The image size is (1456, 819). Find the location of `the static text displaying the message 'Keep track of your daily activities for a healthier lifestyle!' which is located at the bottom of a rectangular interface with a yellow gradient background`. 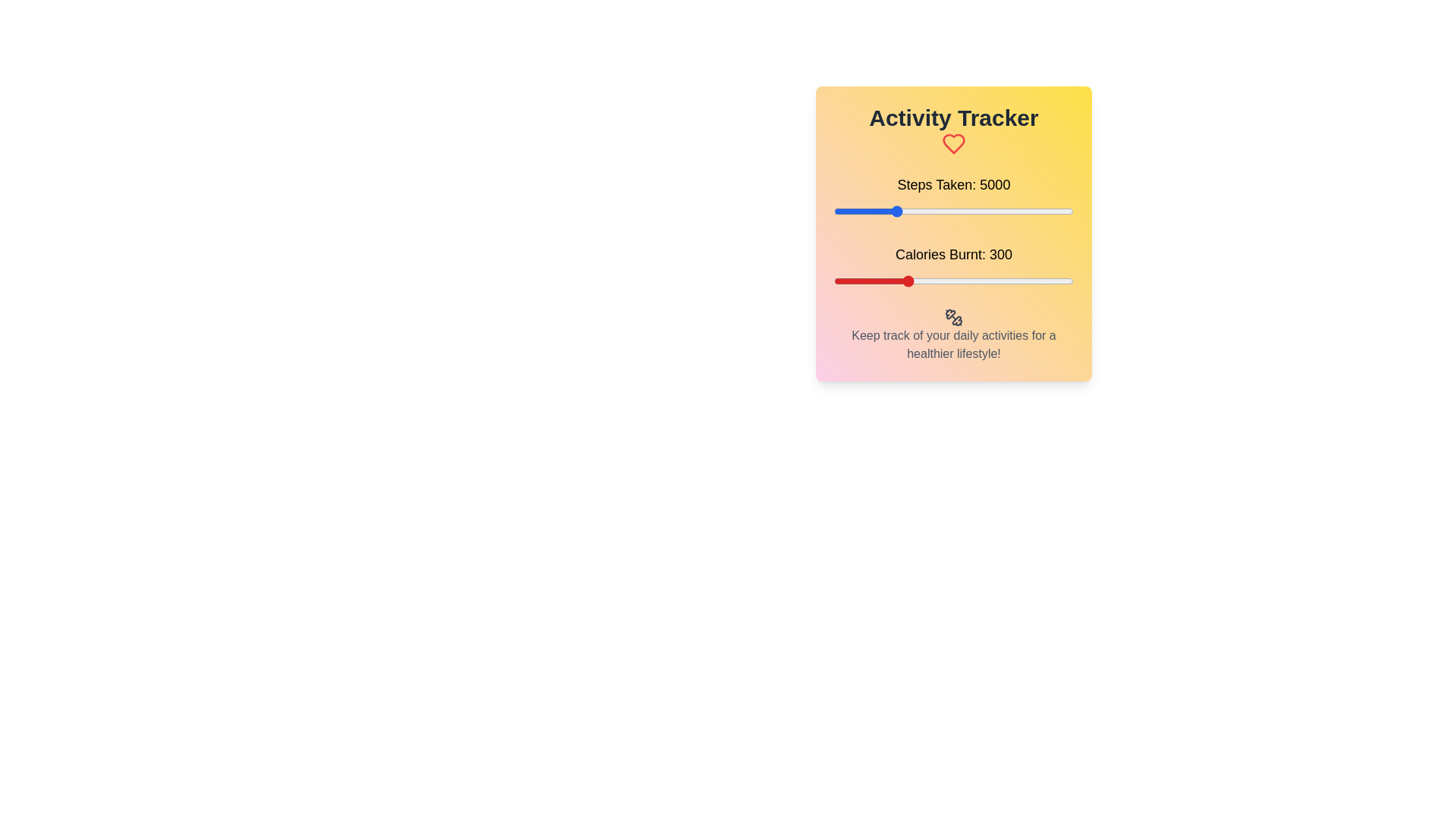

the static text displaying the message 'Keep track of your daily activities for a healthier lifestyle!' which is located at the bottom of a rectangular interface with a yellow gradient background is located at coordinates (952, 344).